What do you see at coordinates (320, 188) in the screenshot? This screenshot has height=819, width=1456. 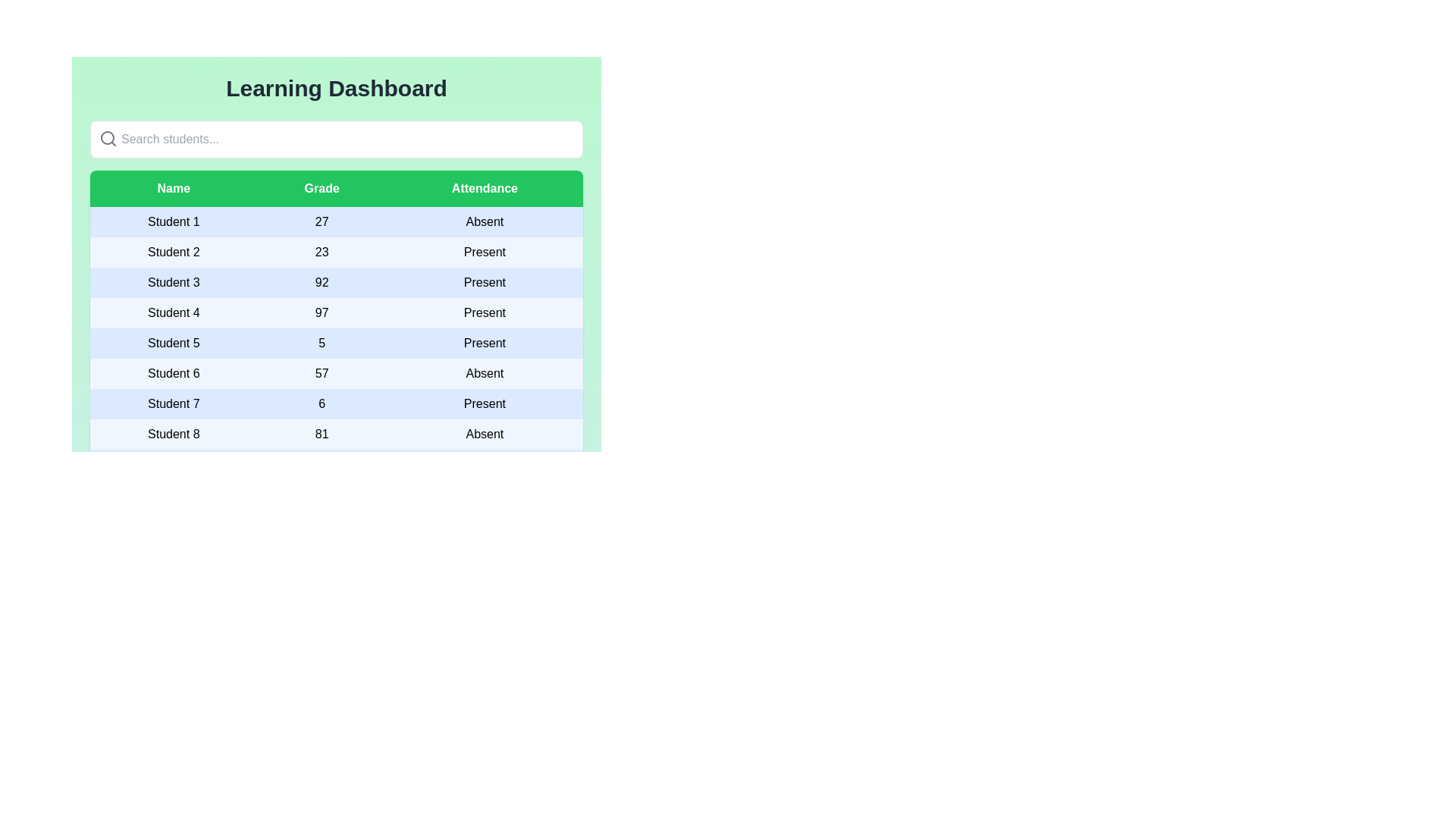 I see `the table header labeled Grade to sort the data` at bounding box center [320, 188].